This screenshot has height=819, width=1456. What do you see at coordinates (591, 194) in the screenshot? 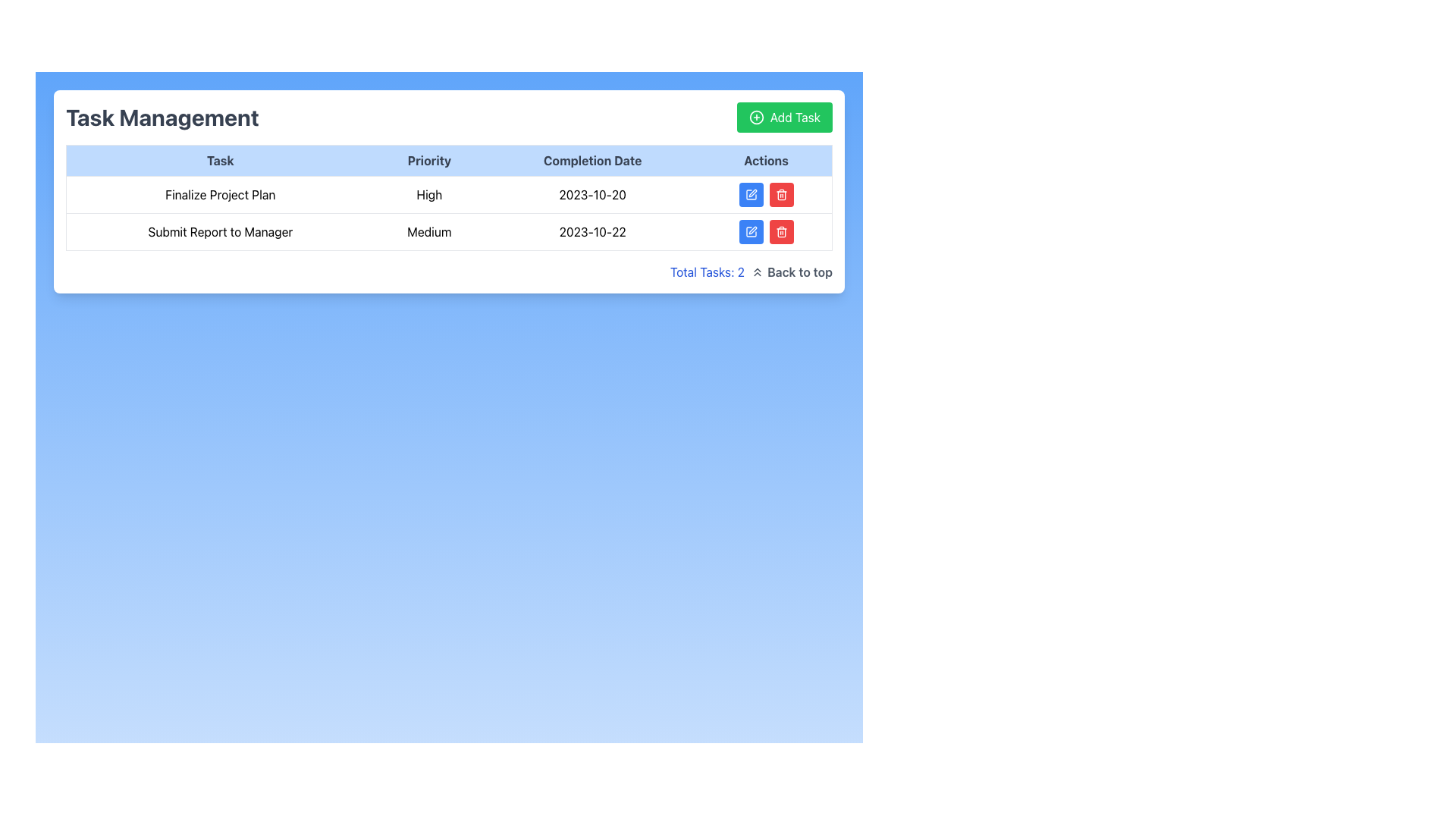
I see `the text label indicating the completion date for the task 'Finalize Project Plan' located in the 'Completion Date' column of the table under the 'High' priority row` at bounding box center [591, 194].